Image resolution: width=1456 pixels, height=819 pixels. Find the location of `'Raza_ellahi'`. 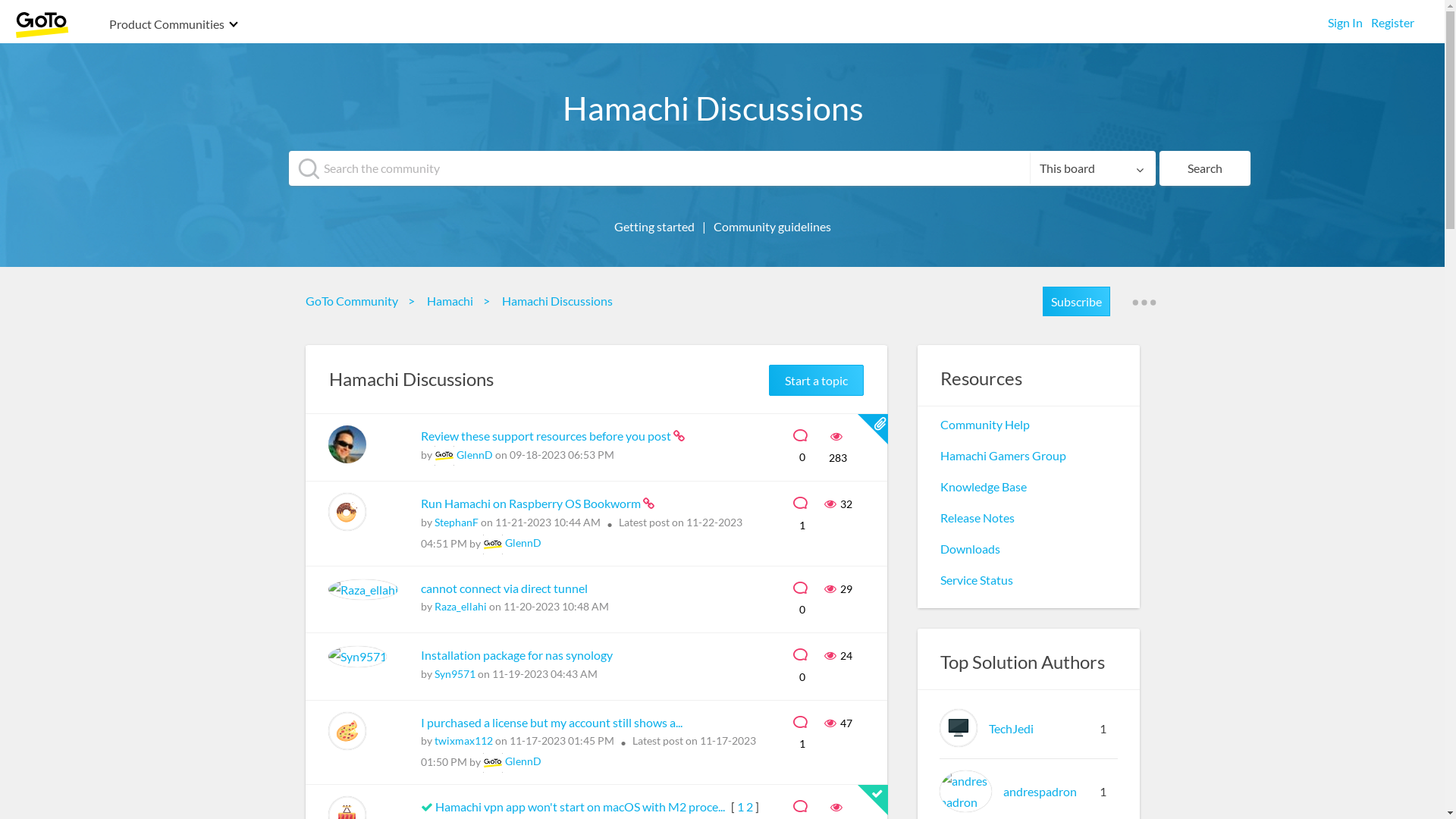

'Raza_ellahi' is located at coordinates (432, 605).